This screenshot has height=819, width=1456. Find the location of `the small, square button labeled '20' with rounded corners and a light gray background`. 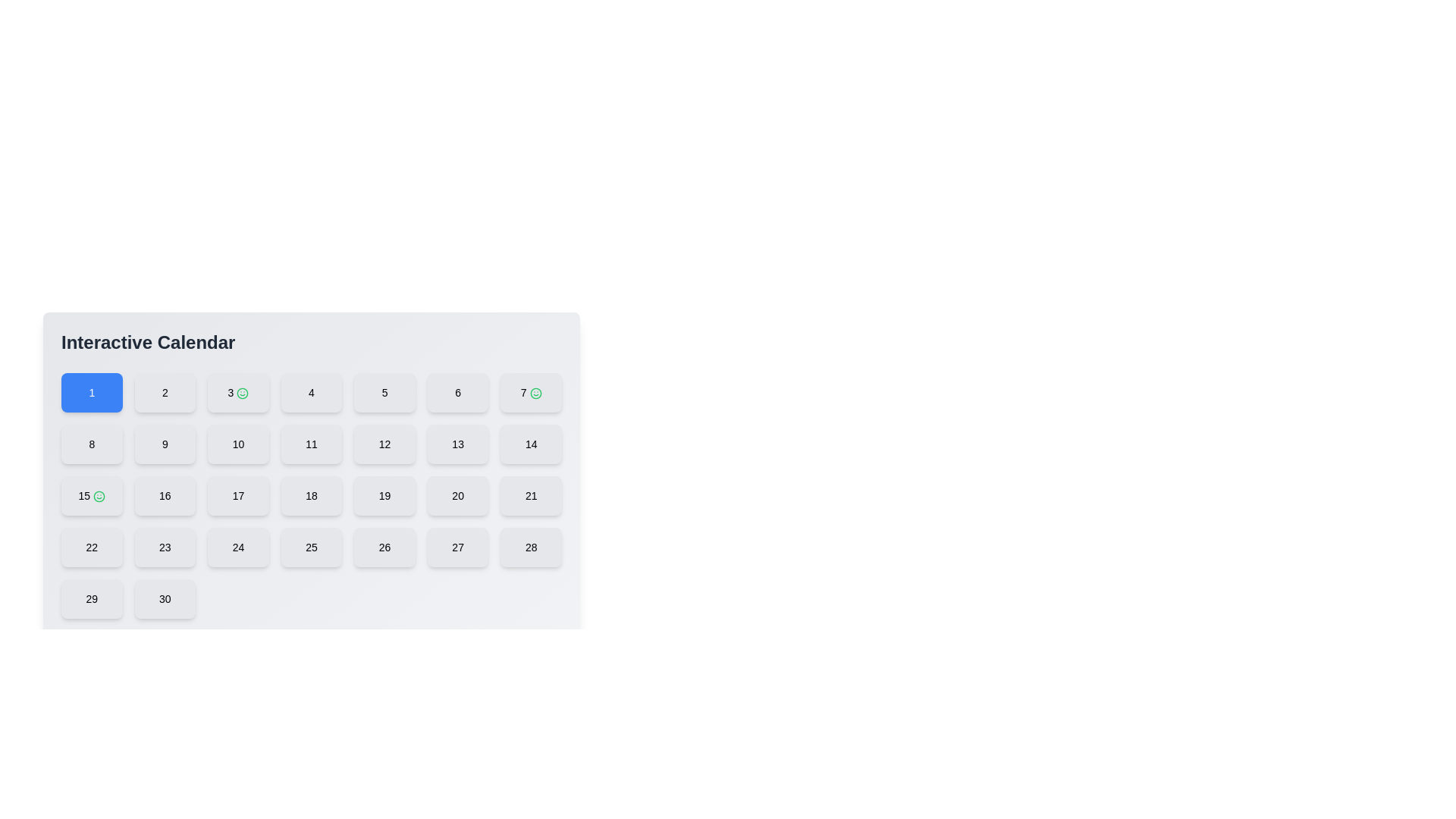

the small, square button labeled '20' with rounded corners and a light gray background is located at coordinates (457, 496).